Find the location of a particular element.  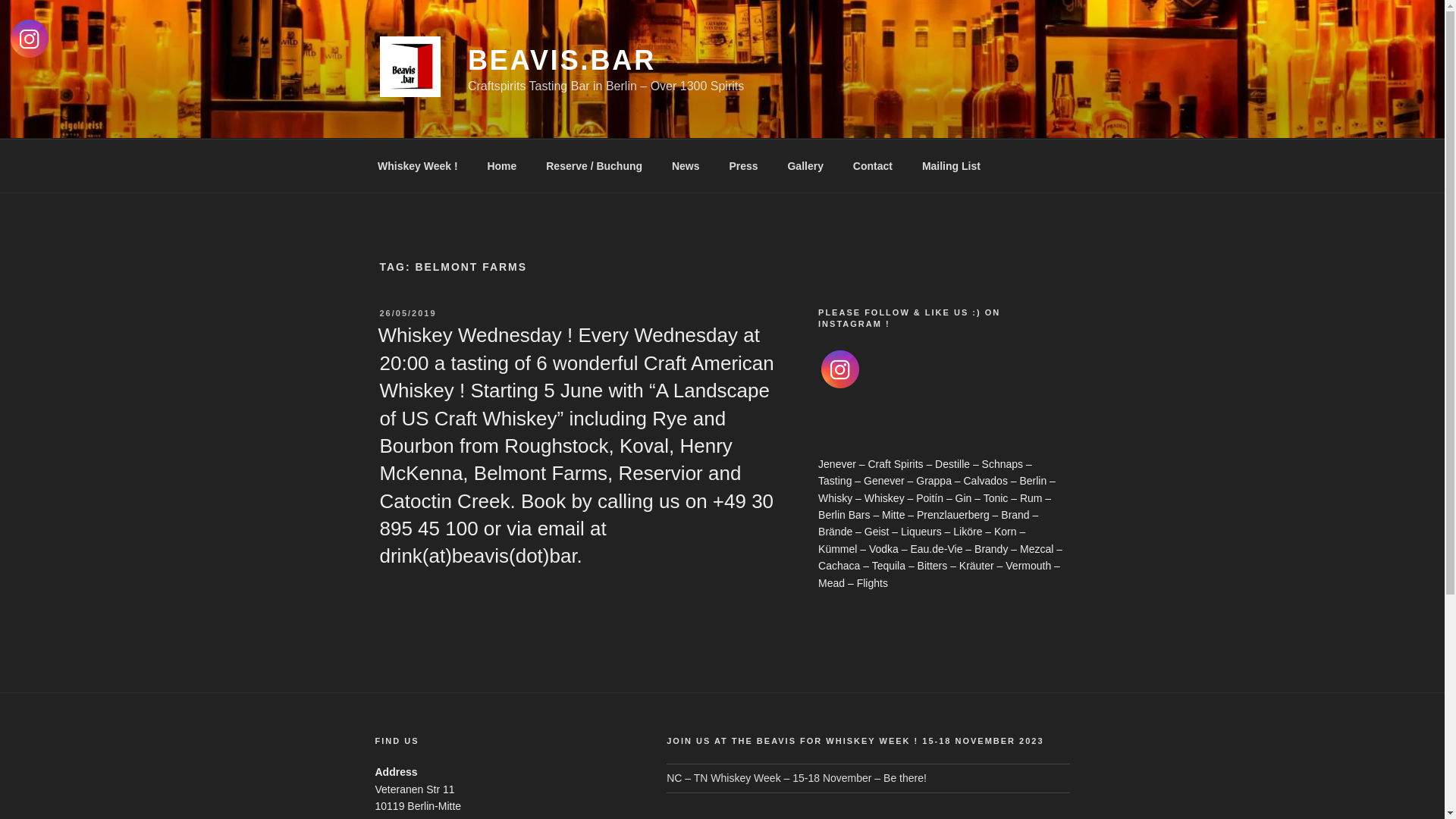

'BEAVIS.BAR' is located at coordinates (467, 59).